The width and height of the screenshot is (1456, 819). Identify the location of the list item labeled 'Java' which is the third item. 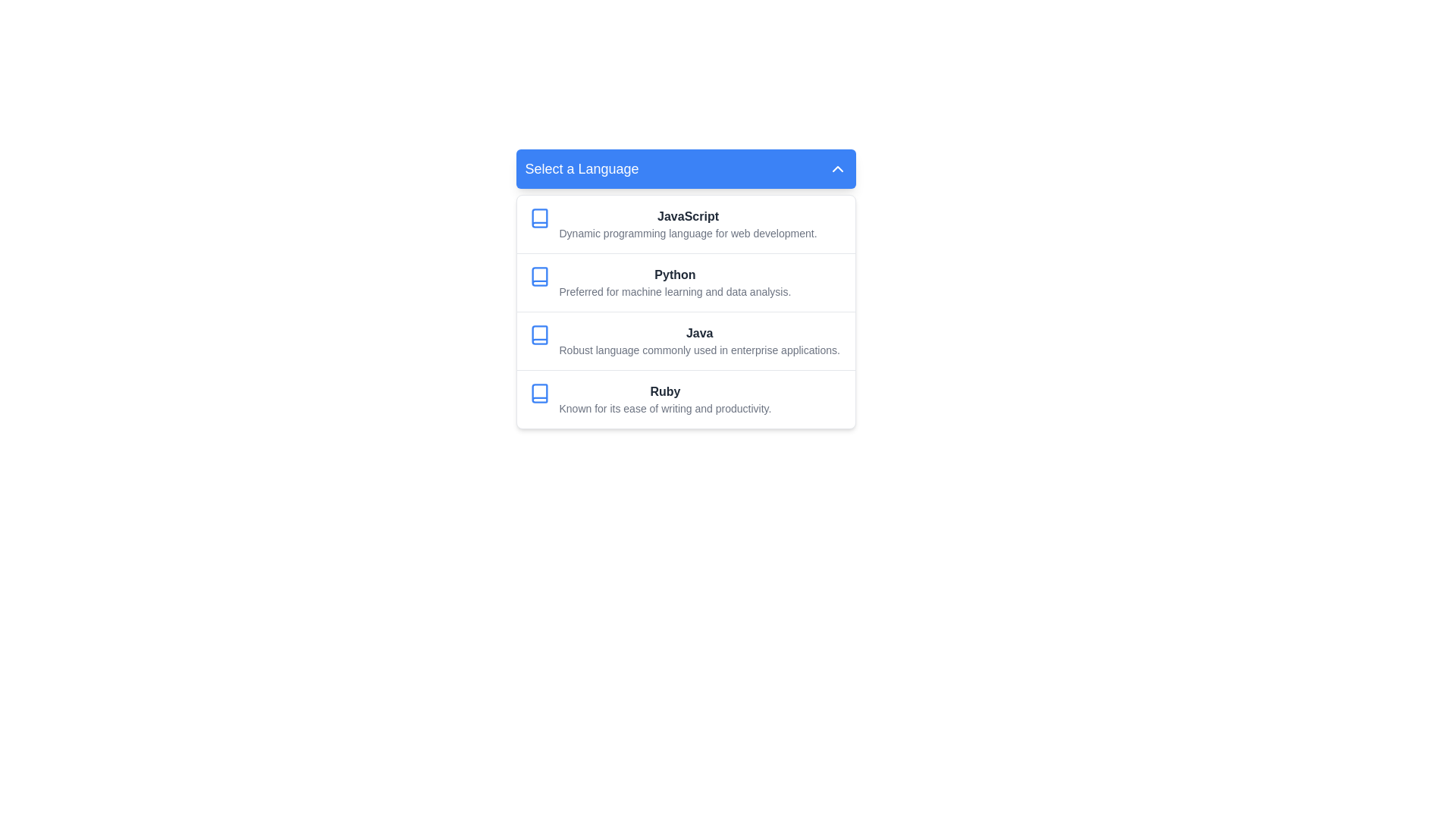
(698, 341).